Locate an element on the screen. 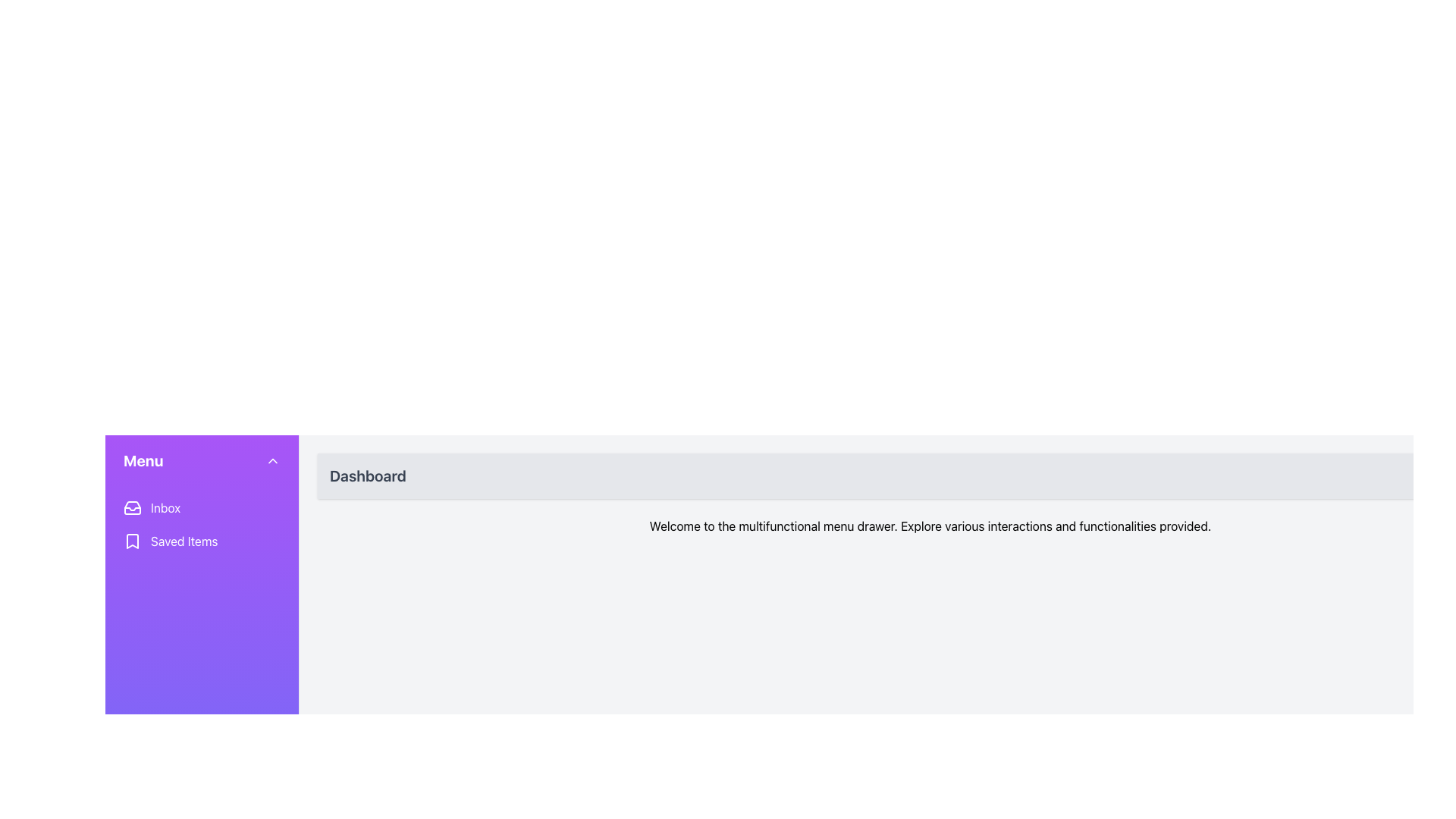 The image size is (1456, 819). the menu option represented is located at coordinates (132, 540).